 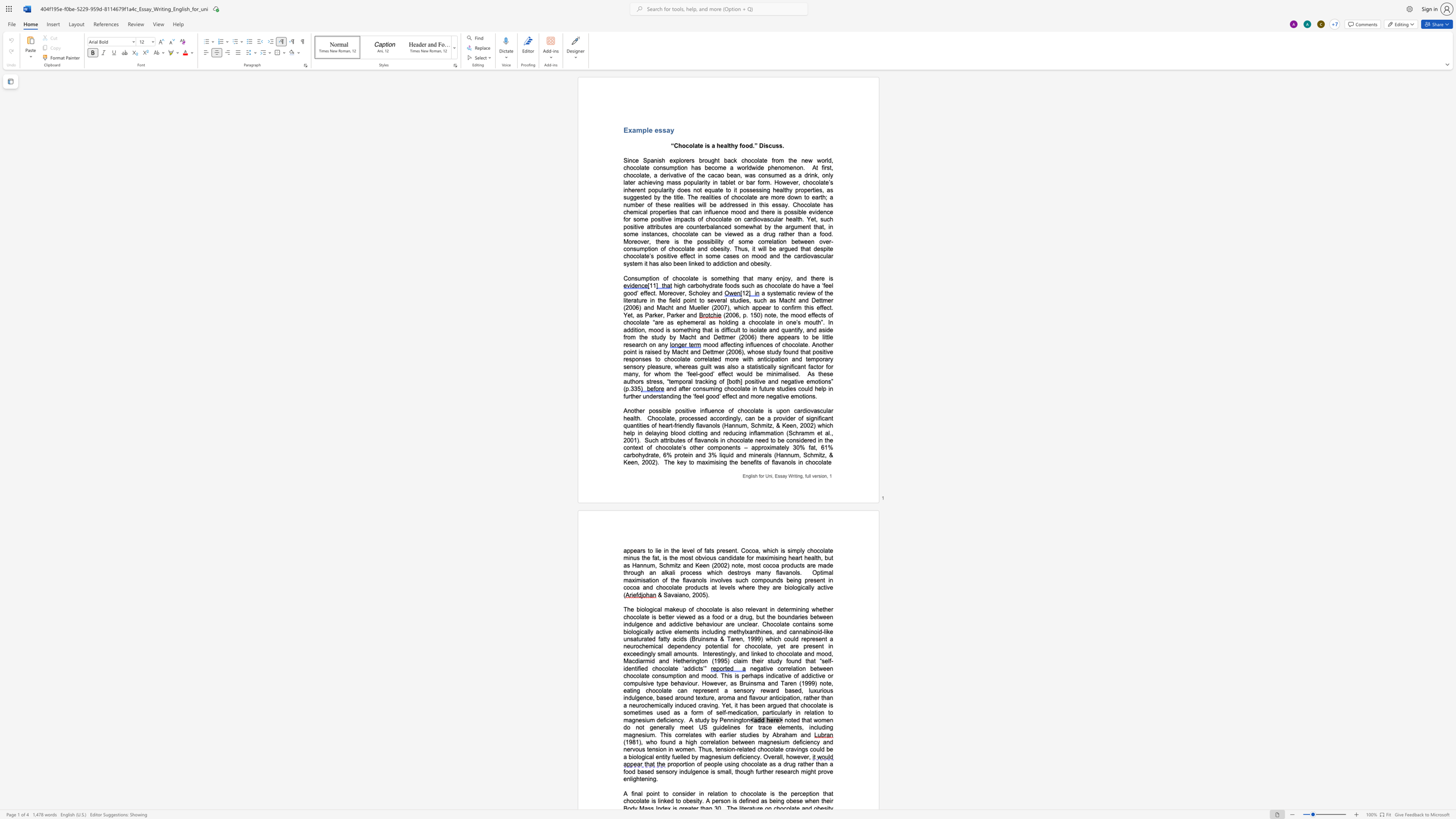 What do you see at coordinates (773, 160) in the screenshot?
I see `the space between the continuous character "f" and "r" in the text` at bounding box center [773, 160].